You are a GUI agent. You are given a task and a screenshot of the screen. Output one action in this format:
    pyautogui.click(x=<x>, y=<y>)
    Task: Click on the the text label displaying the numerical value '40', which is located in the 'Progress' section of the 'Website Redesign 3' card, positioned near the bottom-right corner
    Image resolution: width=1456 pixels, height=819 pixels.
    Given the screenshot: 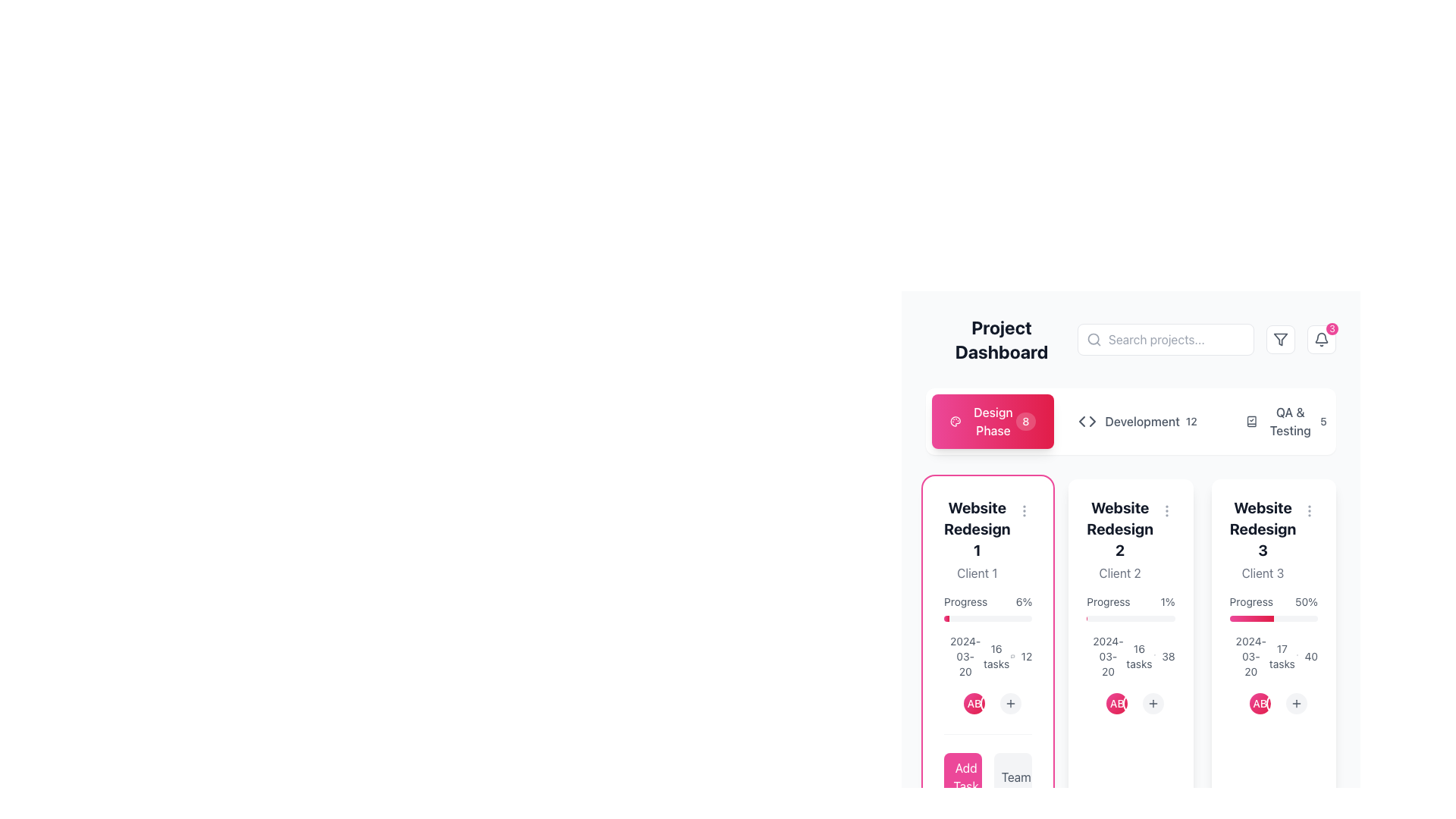 What is the action you would take?
    pyautogui.click(x=1310, y=656)
    